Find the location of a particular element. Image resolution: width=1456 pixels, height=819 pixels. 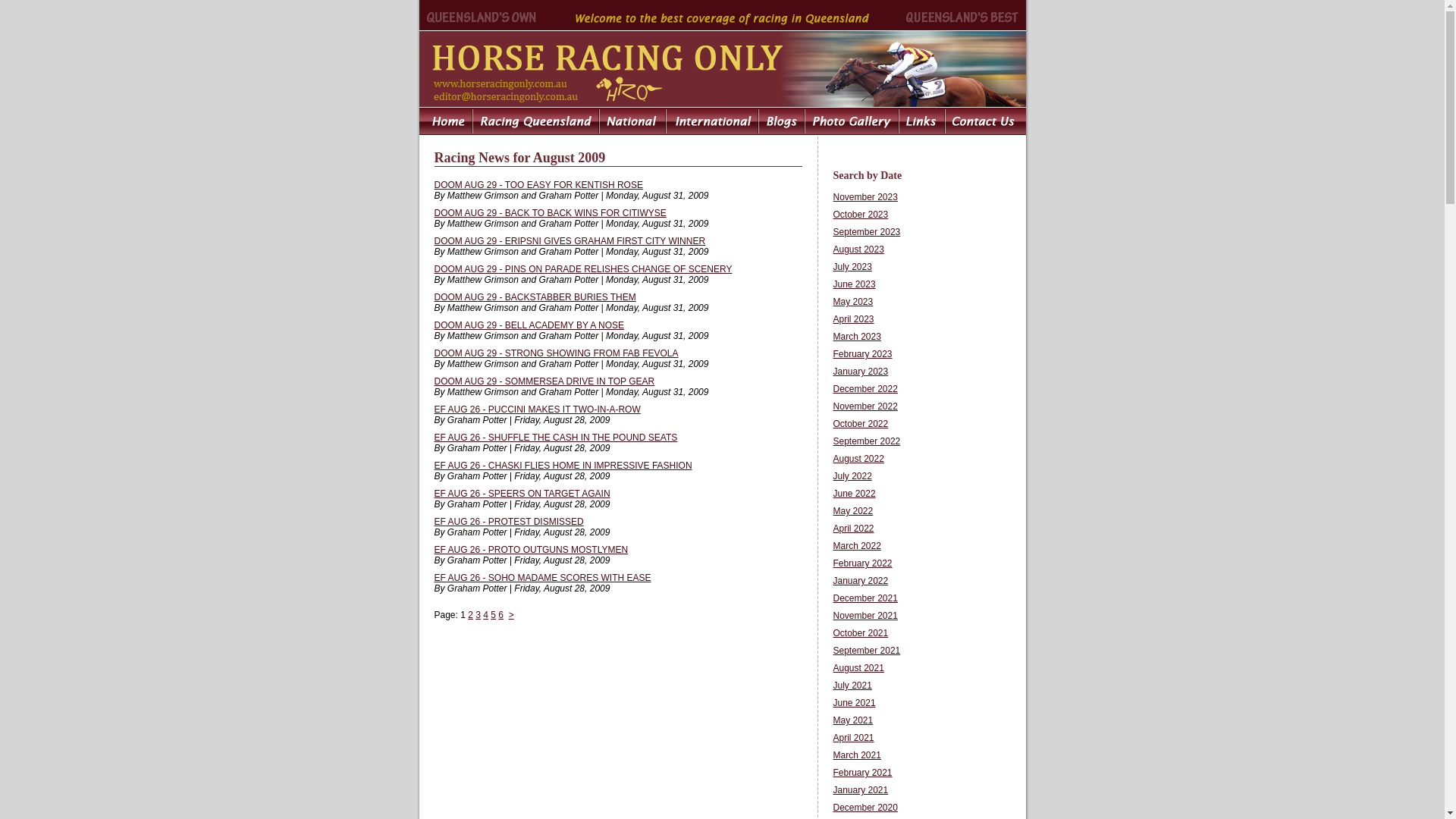

'September 2021' is located at coordinates (866, 649).